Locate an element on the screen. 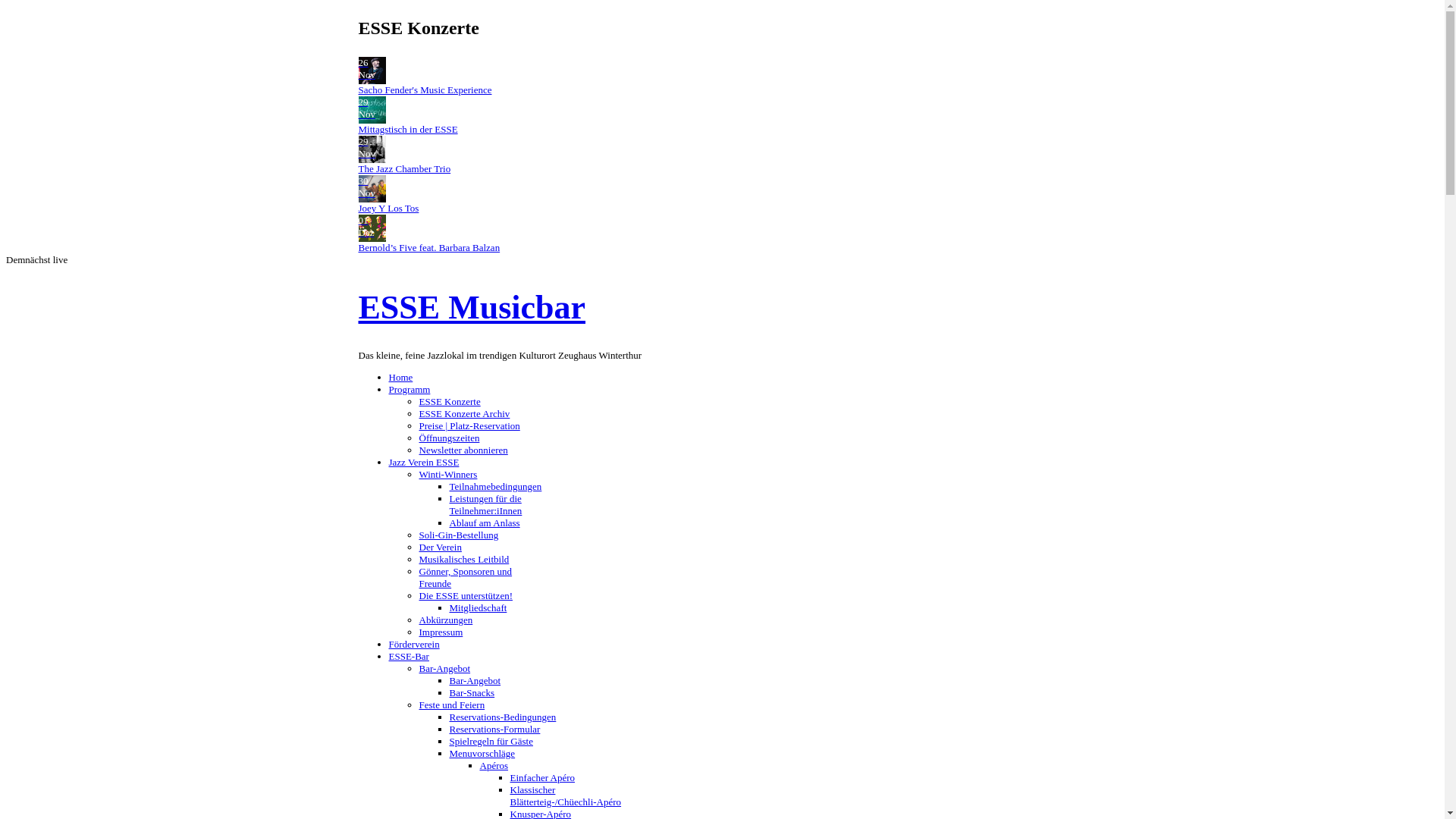 Image resolution: width=1456 pixels, height=819 pixels. 'Bar-Snacks' is located at coordinates (471, 692).